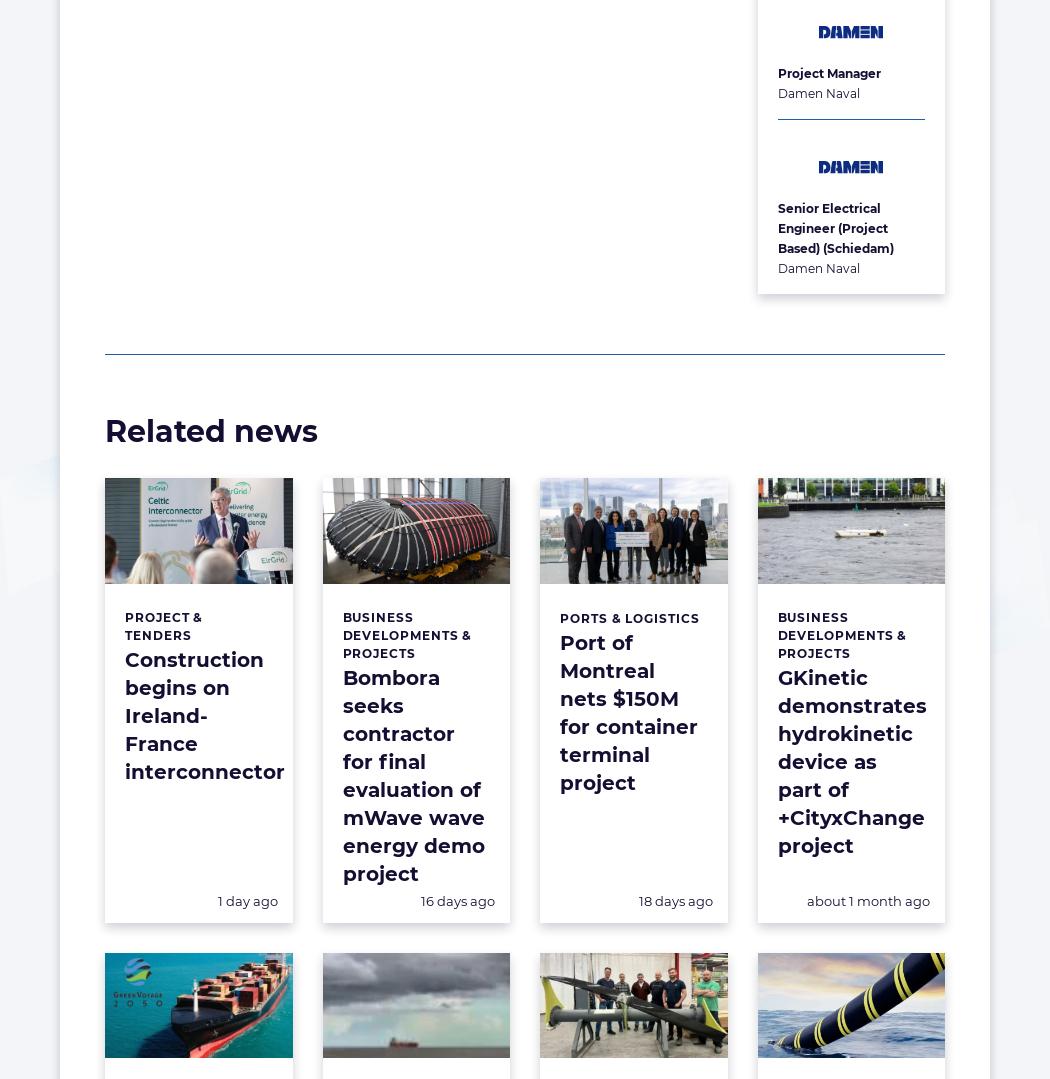 The image size is (1050, 1079). What do you see at coordinates (628, 711) in the screenshot?
I see `'Port of Montreal nets $150M for container terminal project'` at bounding box center [628, 711].